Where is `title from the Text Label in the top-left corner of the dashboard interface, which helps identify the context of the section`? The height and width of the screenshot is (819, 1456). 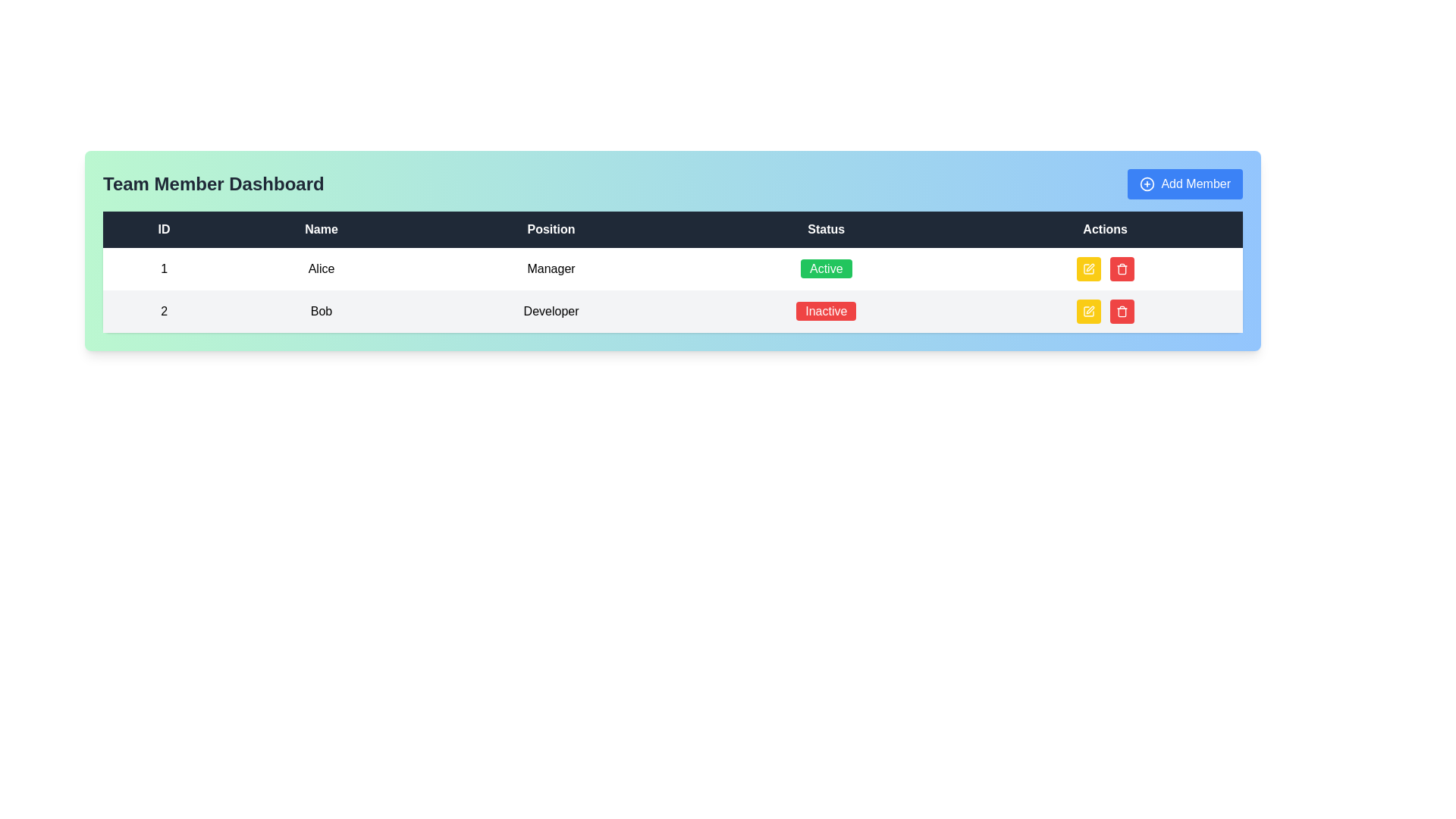
title from the Text Label in the top-left corner of the dashboard interface, which helps identify the context of the section is located at coordinates (212, 184).